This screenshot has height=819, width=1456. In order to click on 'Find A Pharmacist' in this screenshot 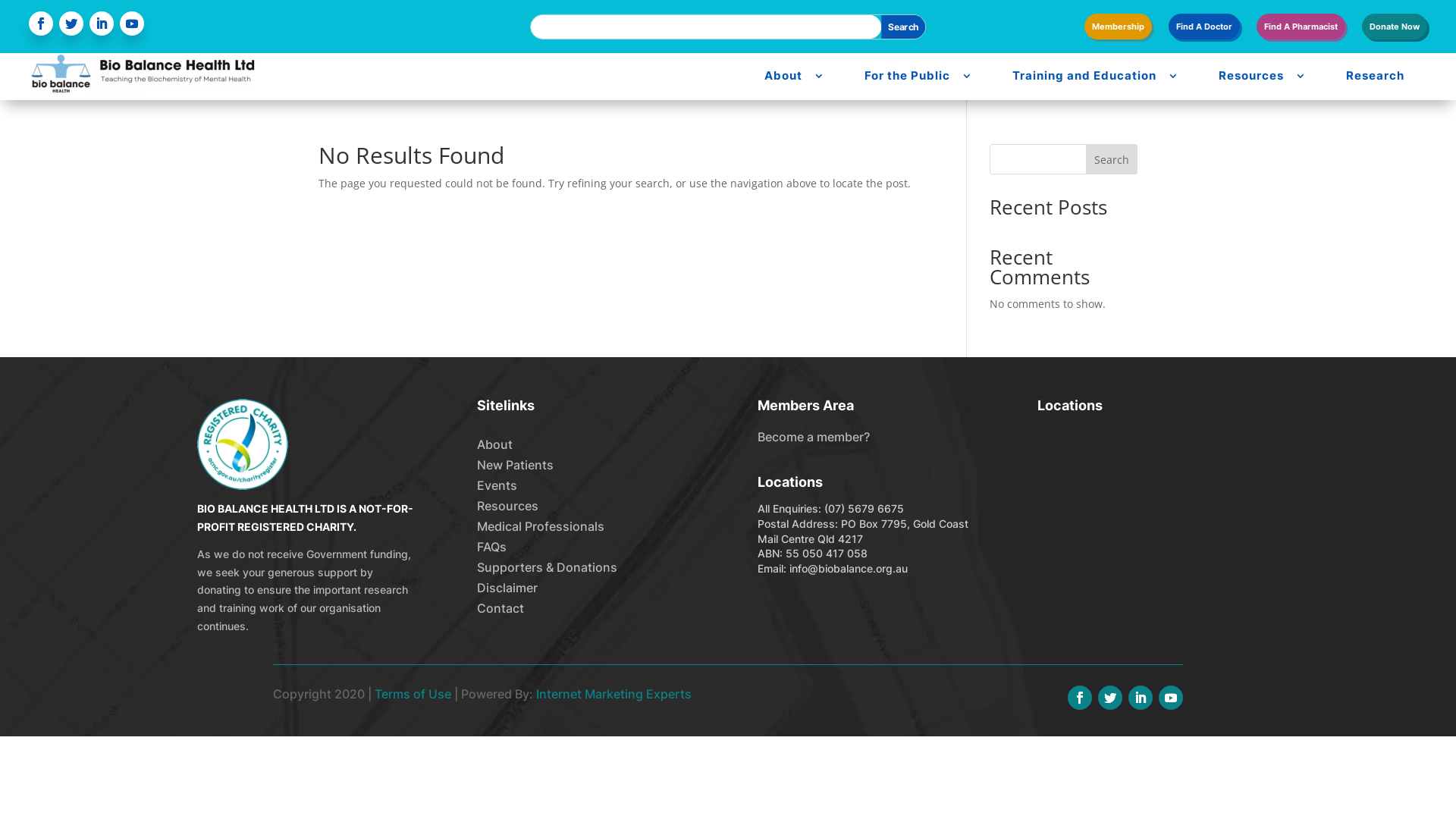, I will do `click(1300, 29)`.